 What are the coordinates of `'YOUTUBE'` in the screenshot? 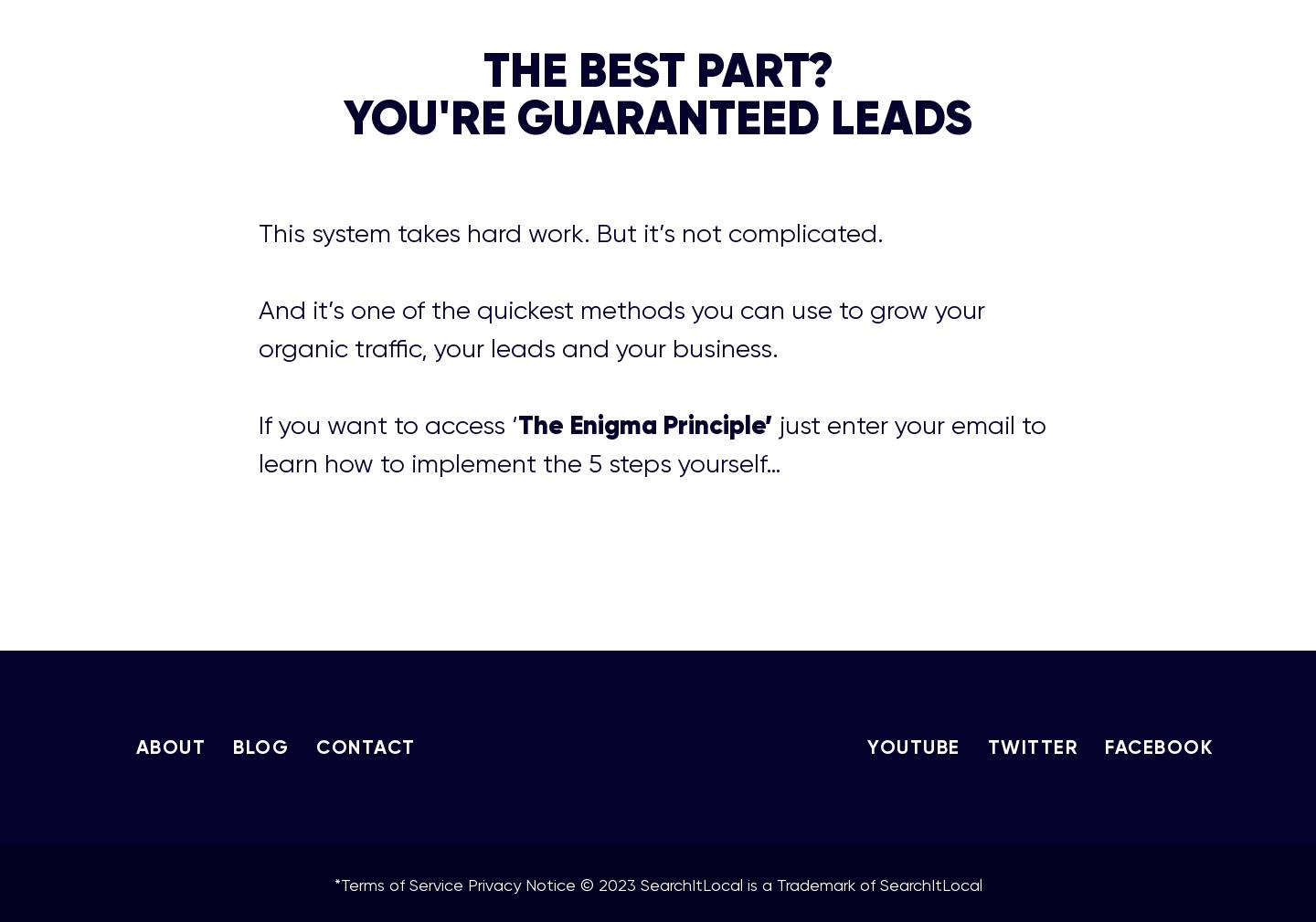 It's located at (912, 746).